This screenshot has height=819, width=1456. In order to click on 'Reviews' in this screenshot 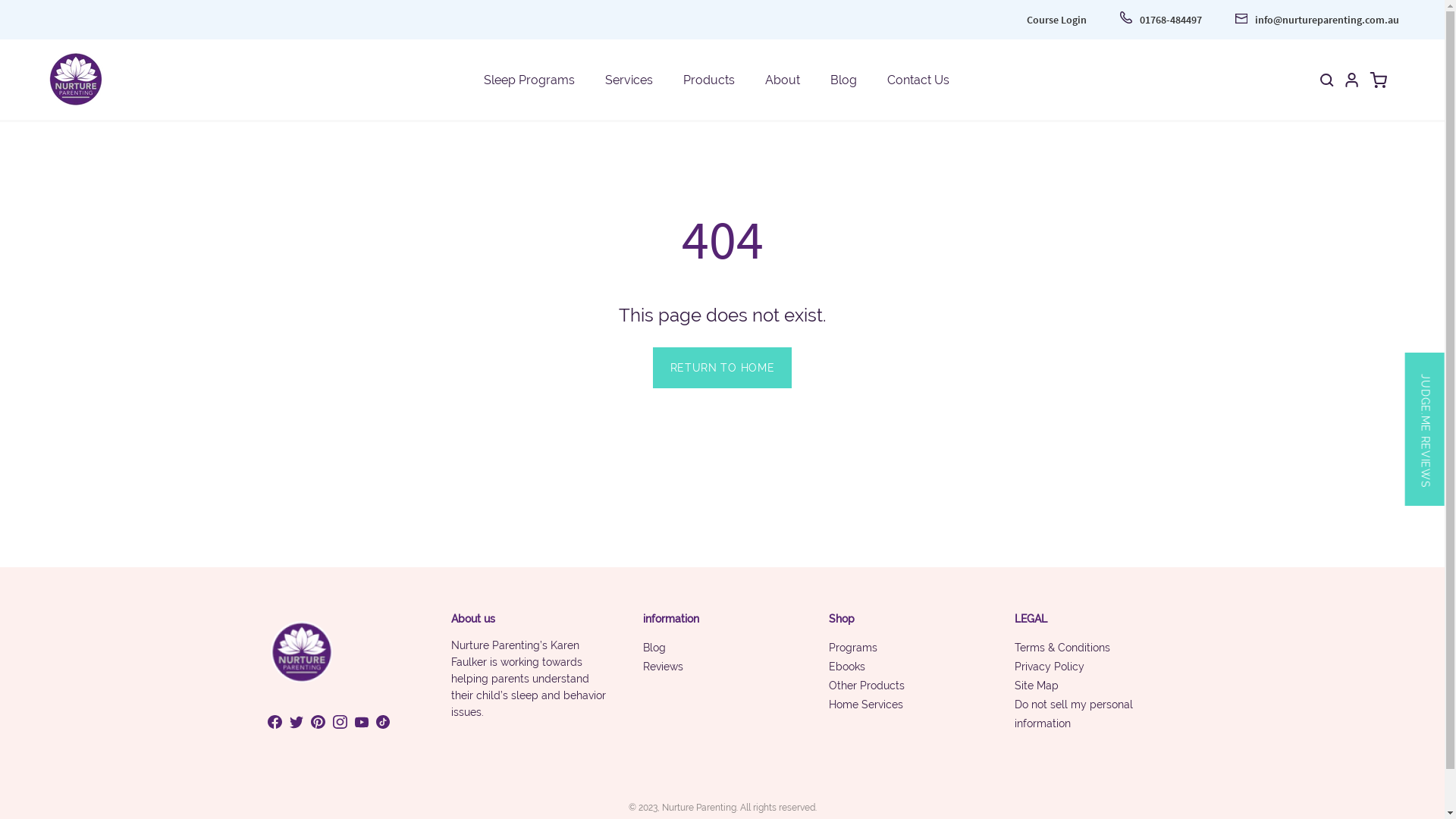, I will do `click(663, 666)`.